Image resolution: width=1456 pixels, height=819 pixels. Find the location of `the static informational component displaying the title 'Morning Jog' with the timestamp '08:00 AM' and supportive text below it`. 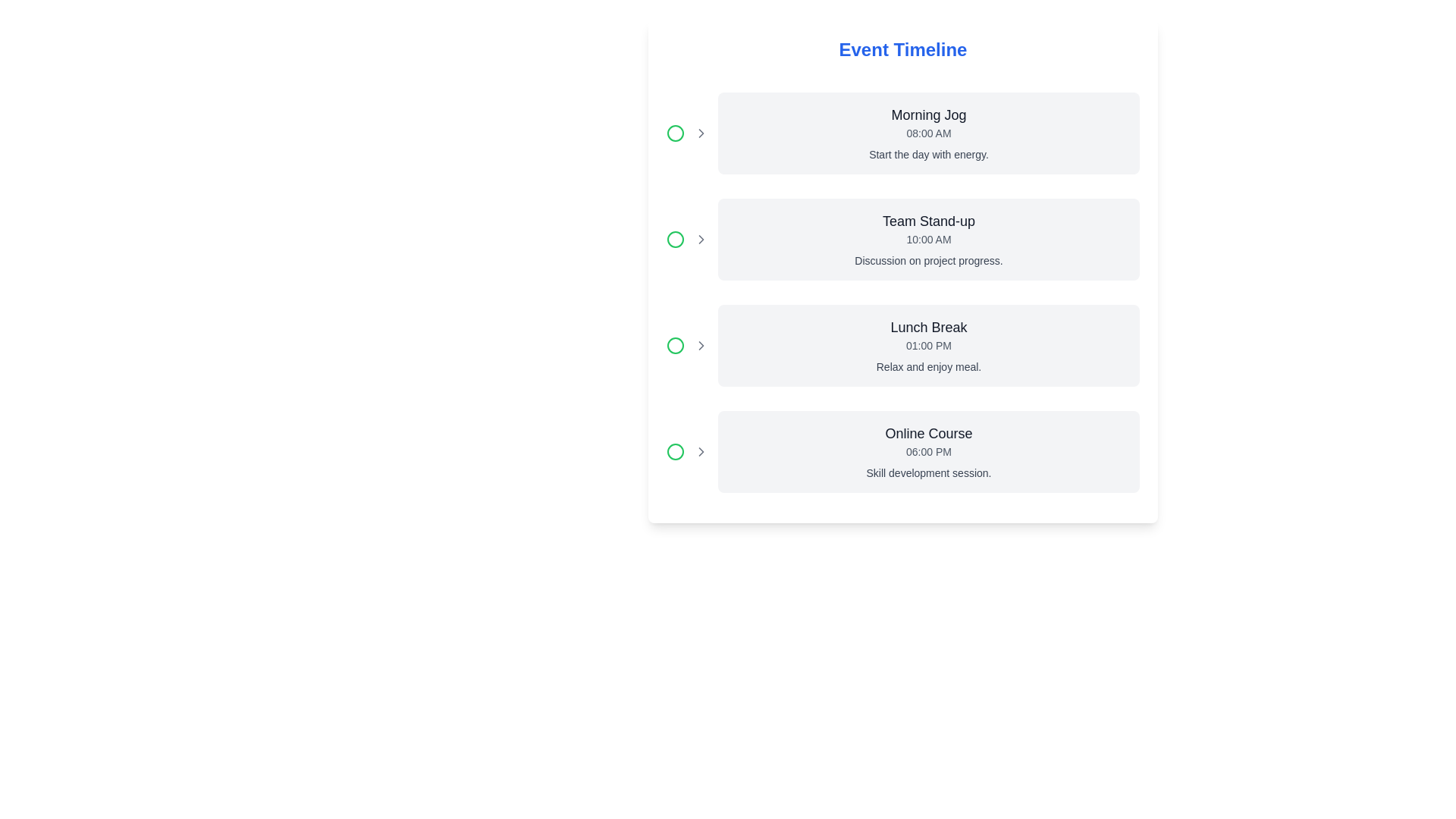

the static informational component displaying the title 'Morning Jog' with the timestamp '08:00 AM' and supportive text below it is located at coordinates (902, 133).